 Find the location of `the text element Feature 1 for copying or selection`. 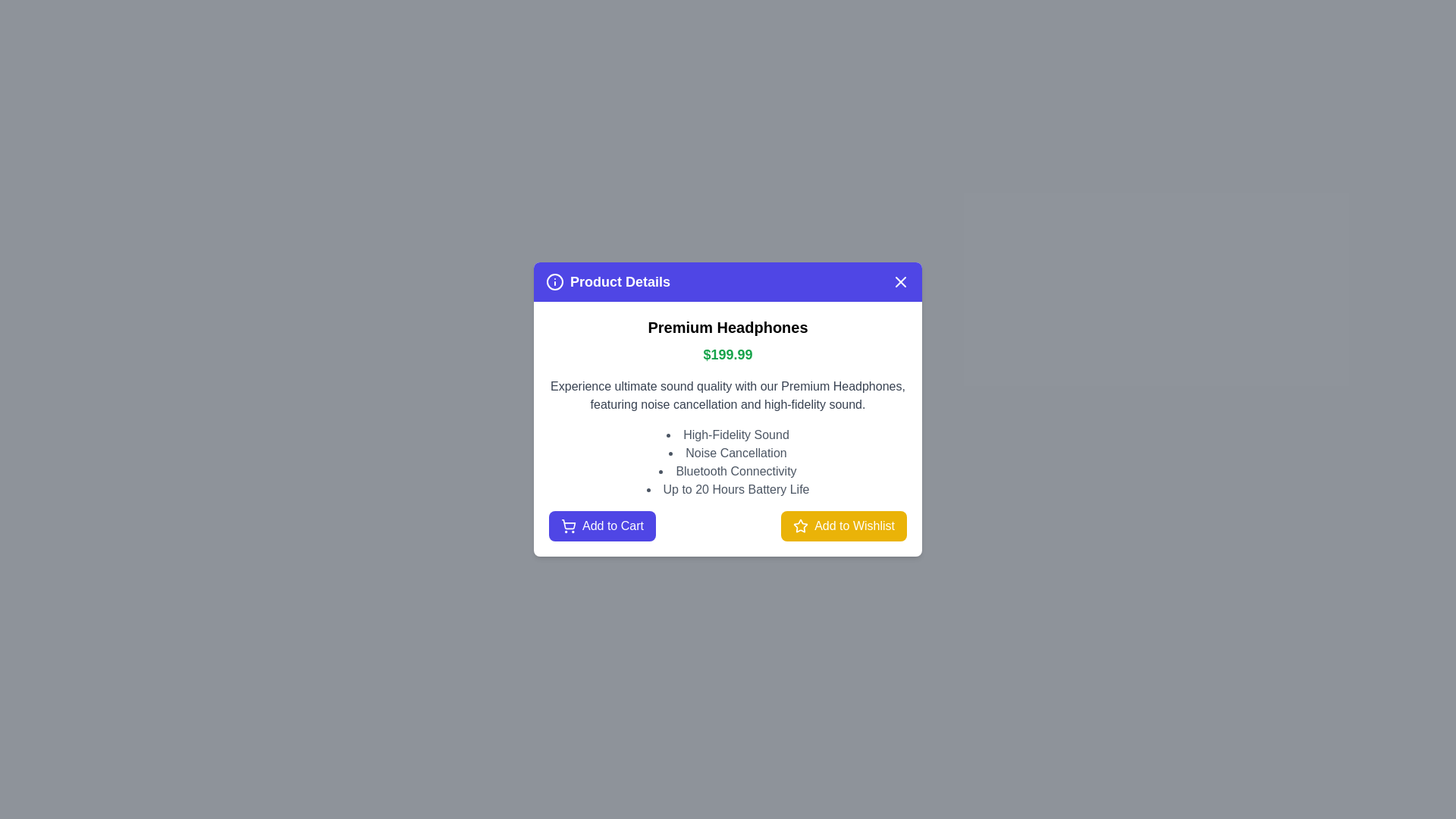

the text element Feature 1 for copying or selection is located at coordinates (728, 435).